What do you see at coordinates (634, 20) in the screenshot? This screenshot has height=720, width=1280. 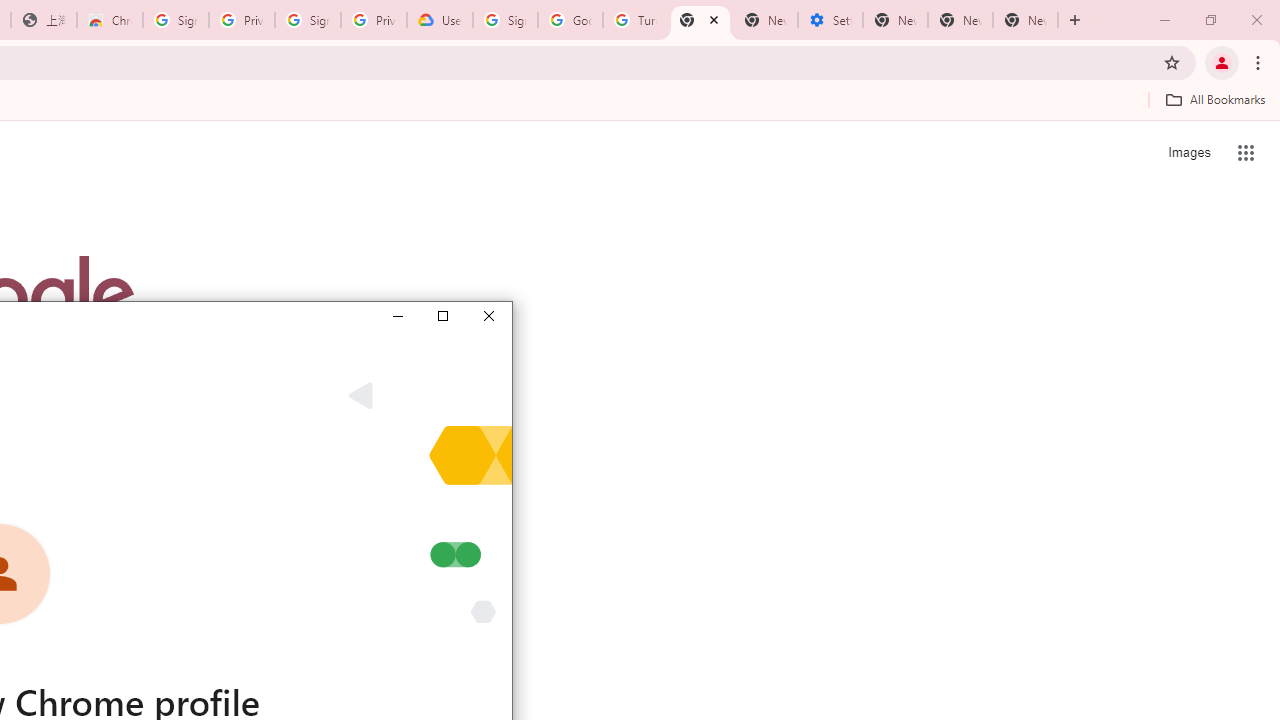 I see `'Turn cookies on or off - Computer - Google Account Help'` at bounding box center [634, 20].